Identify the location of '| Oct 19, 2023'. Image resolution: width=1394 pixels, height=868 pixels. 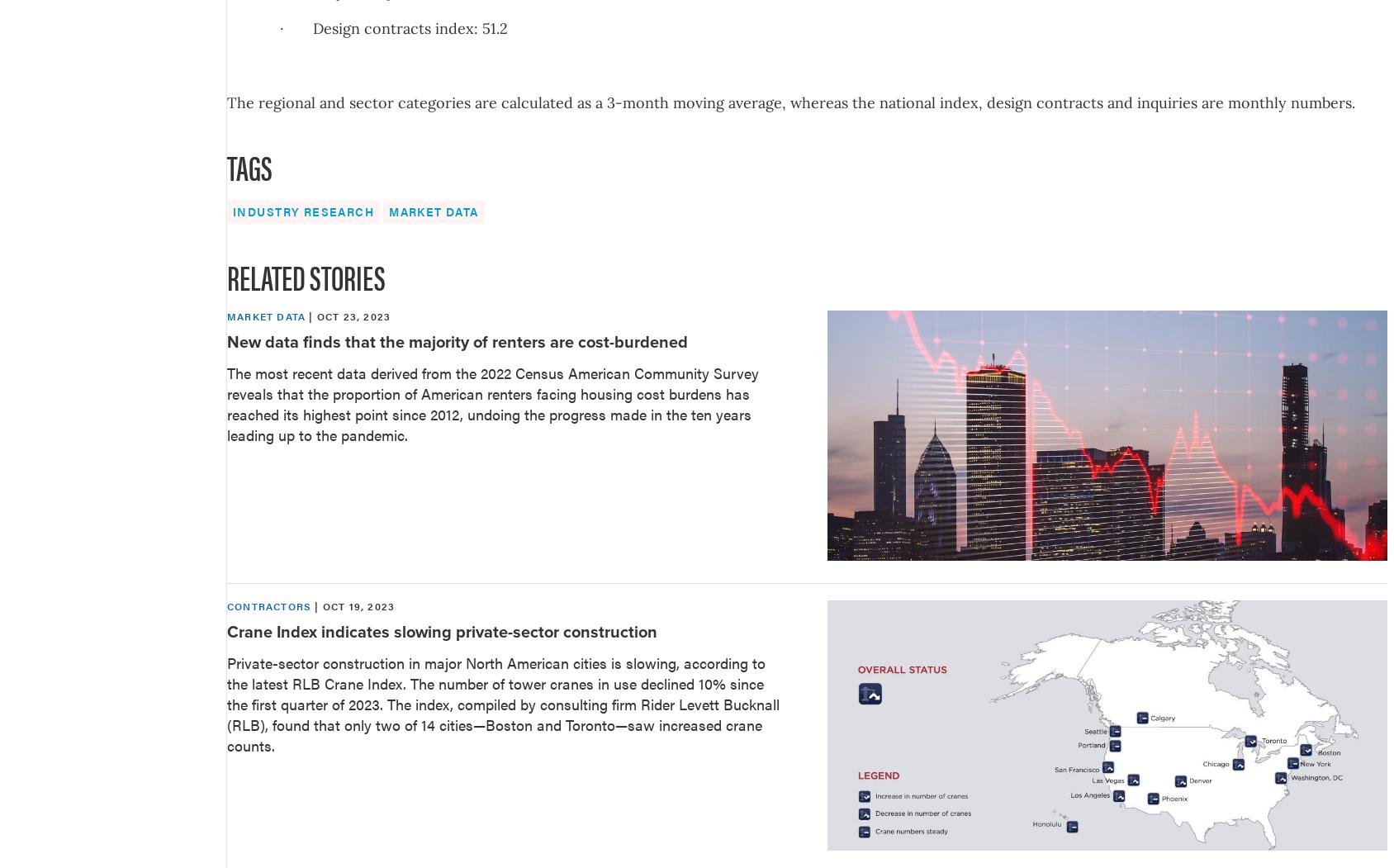
(352, 606).